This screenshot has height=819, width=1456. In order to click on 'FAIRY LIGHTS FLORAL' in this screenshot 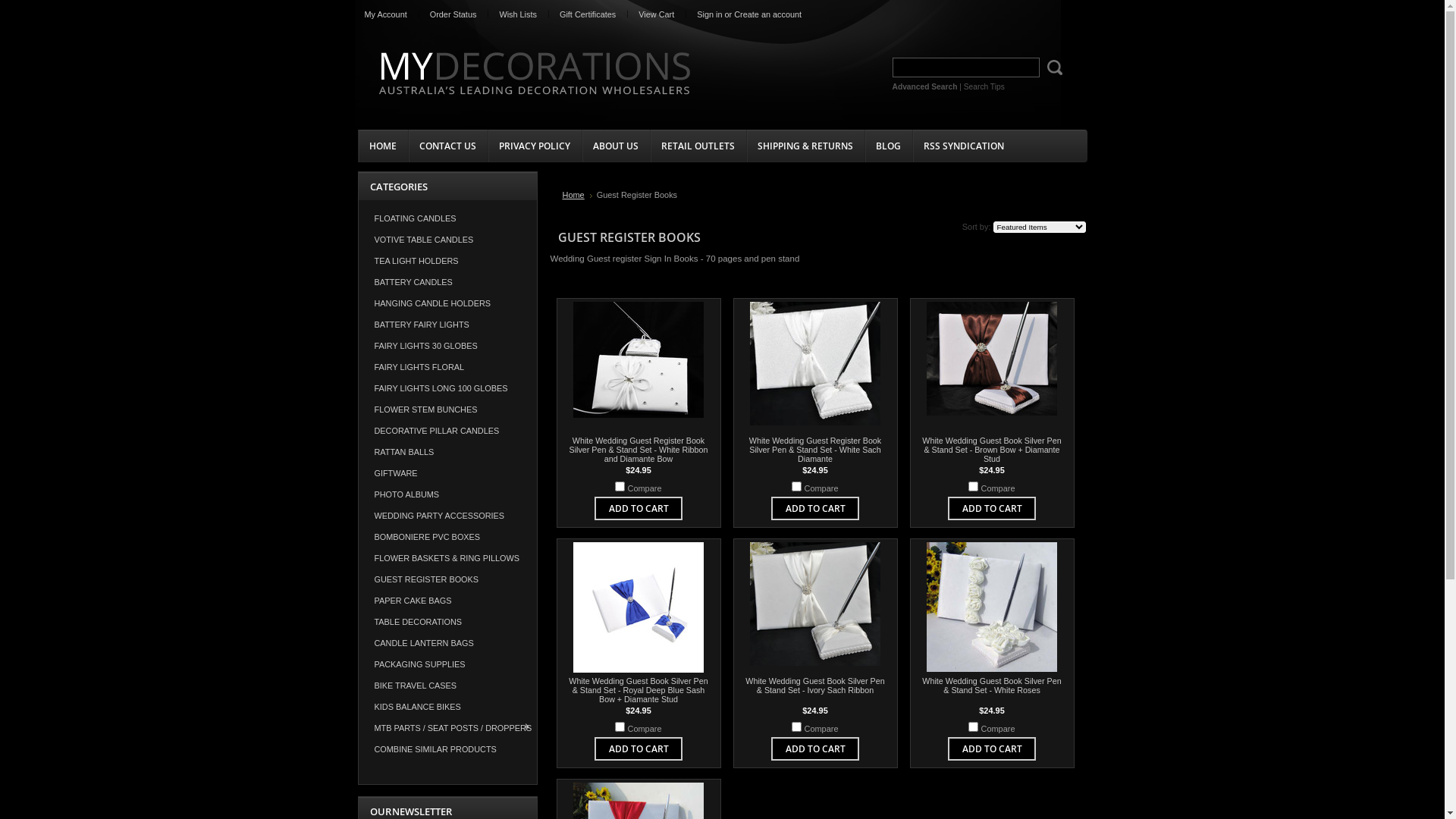, I will do `click(447, 366)`.